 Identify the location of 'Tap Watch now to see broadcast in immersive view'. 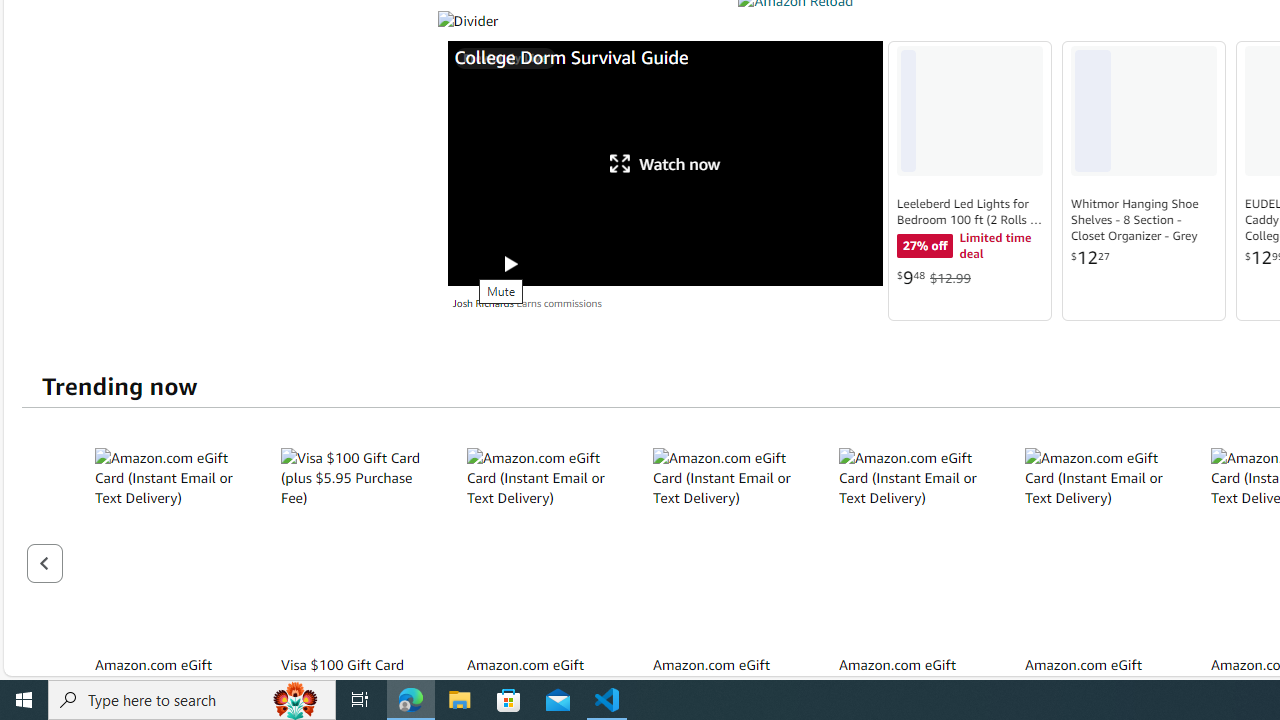
(665, 162).